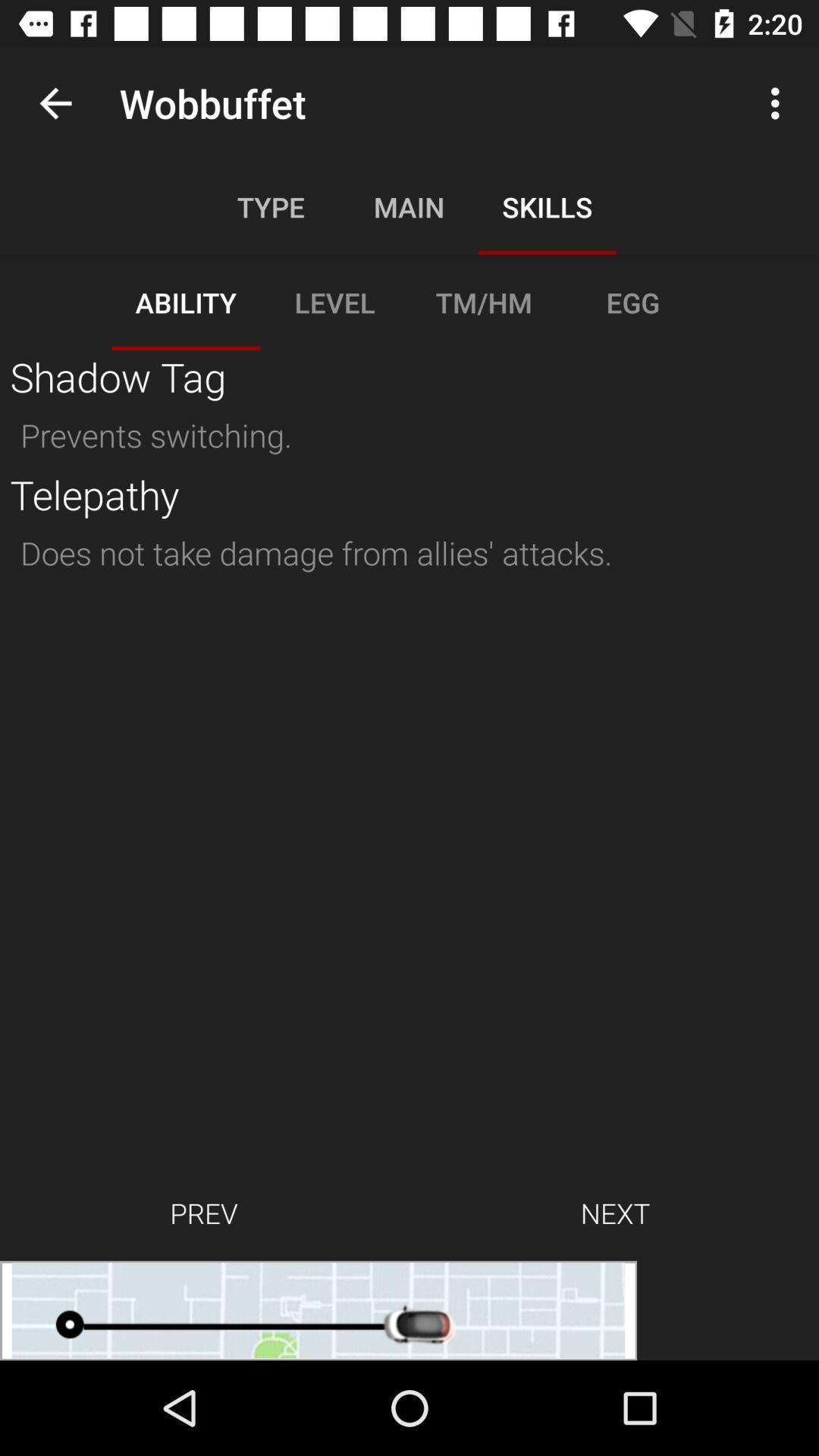 The image size is (819, 1456). I want to click on the 3 vertical dots at the top right corner of the page, so click(779, 103).